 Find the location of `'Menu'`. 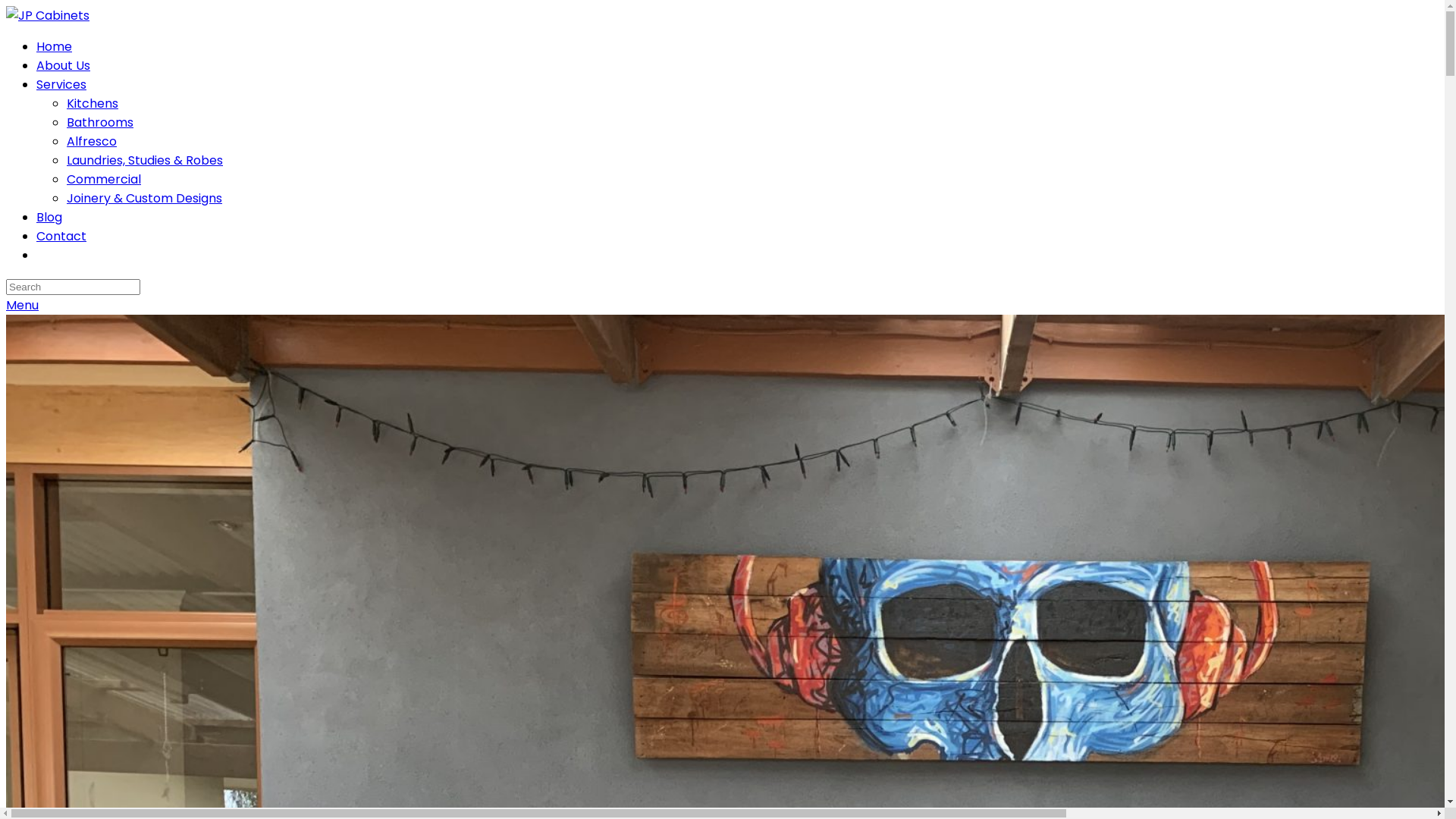

'Menu' is located at coordinates (22, 305).